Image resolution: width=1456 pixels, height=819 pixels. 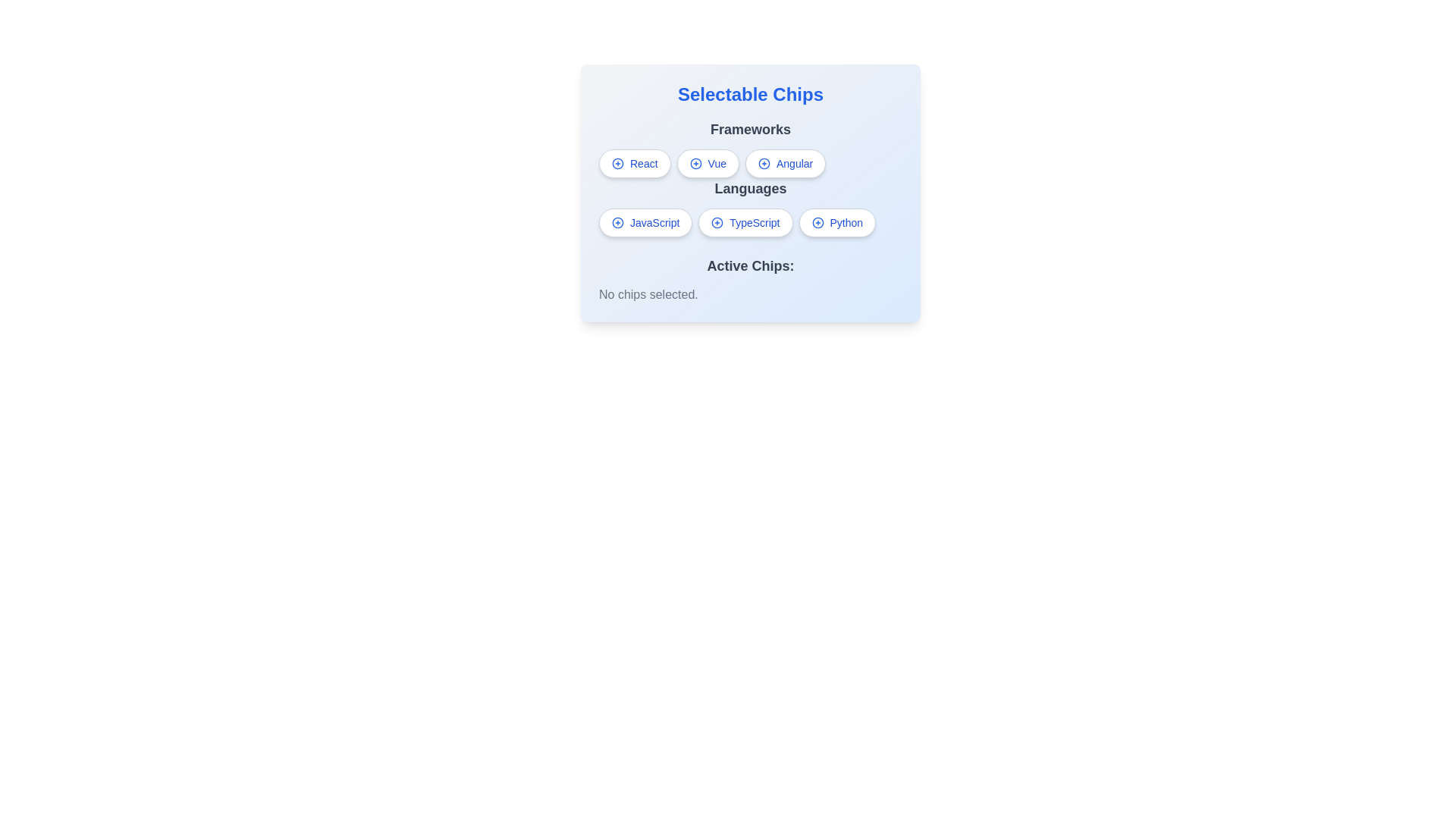 What do you see at coordinates (707, 164) in the screenshot?
I see `the 'Vue' chip button, which is styled as a rounded button with a plus icon, located under the 'Frameworks' heading in the 'Selectable Chips' section` at bounding box center [707, 164].